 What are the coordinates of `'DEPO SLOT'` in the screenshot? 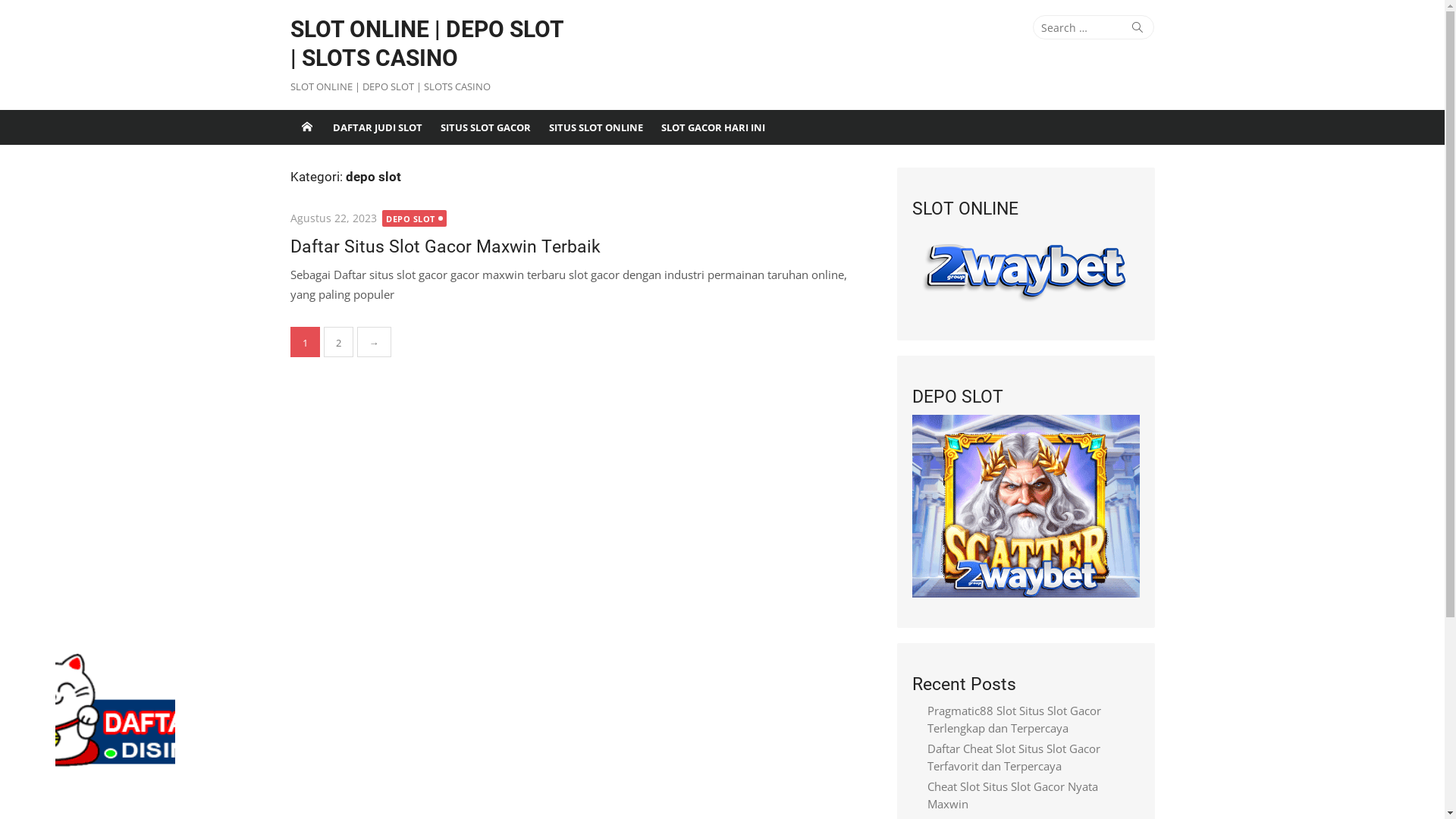 It's located at (414, 218).